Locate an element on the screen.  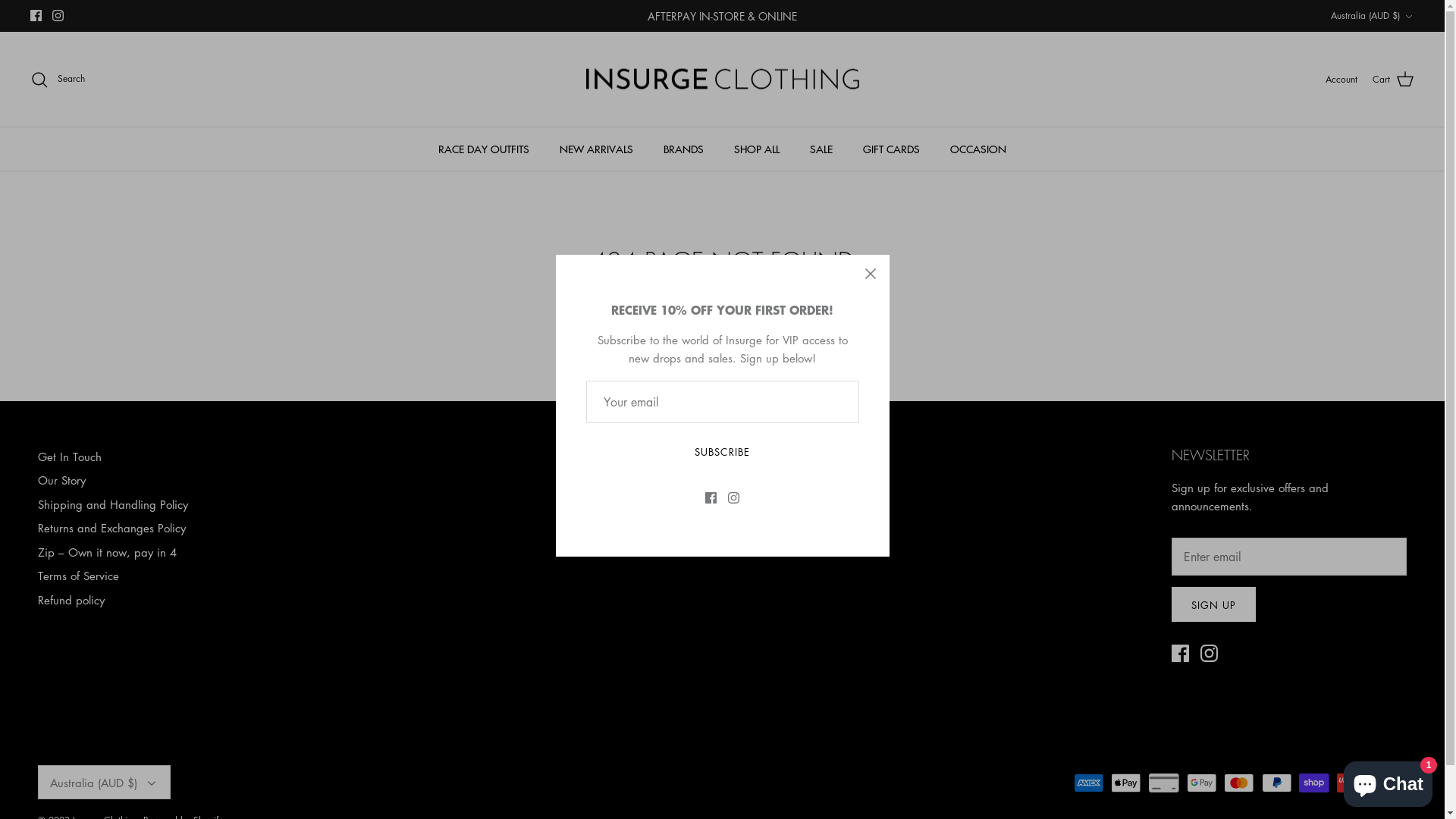
'Terms of Service' is located at coordinates (77, 576).